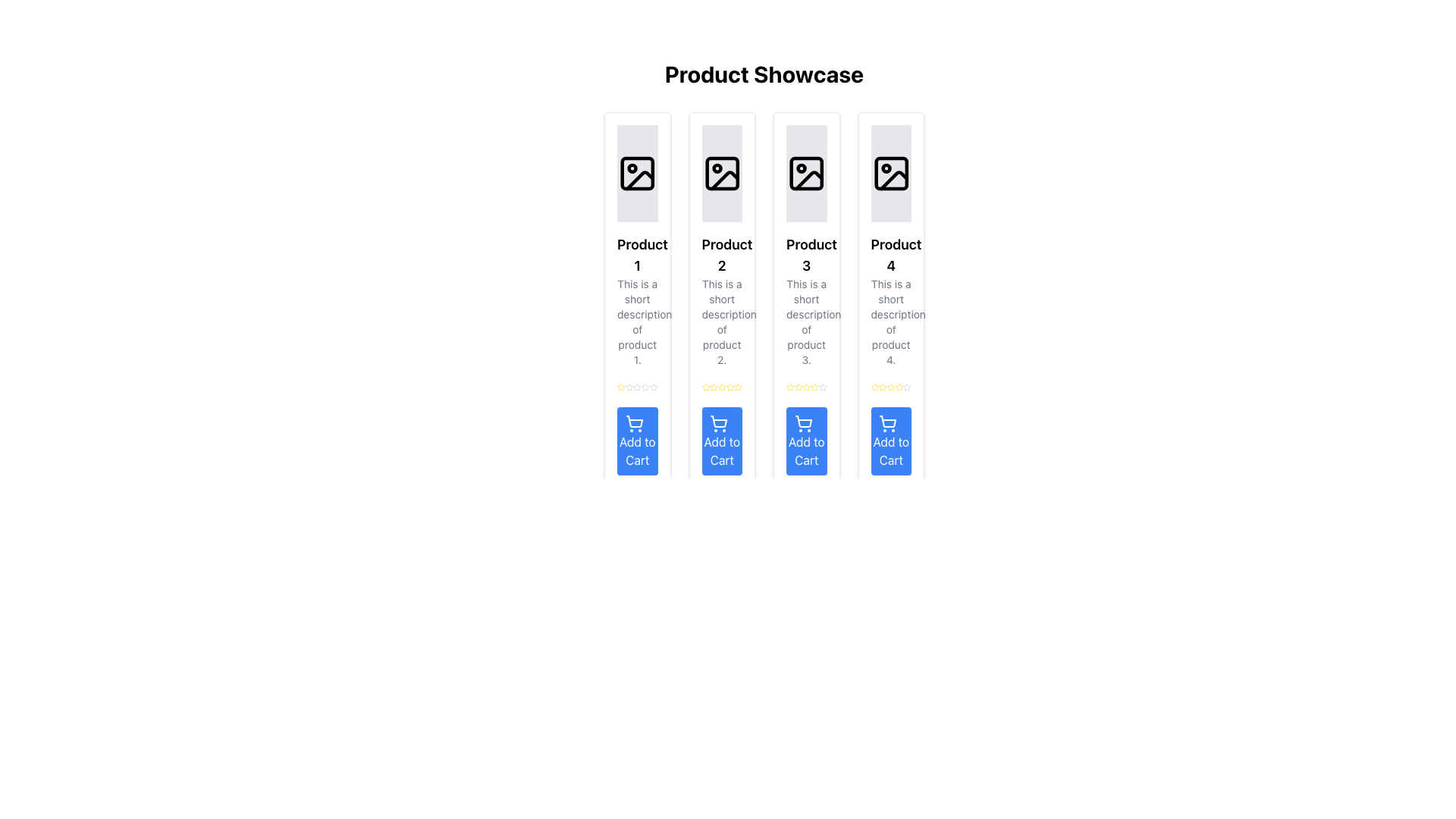 Image resolution: width=1456 pixels, height=819 pixels. Describe the element at coordinates (891, 172) in the screenshot. I see `the black rounded rectangle located in the upper-left area of the embedded image icon on the fourth product card from the left in the product showcase section` at that location.